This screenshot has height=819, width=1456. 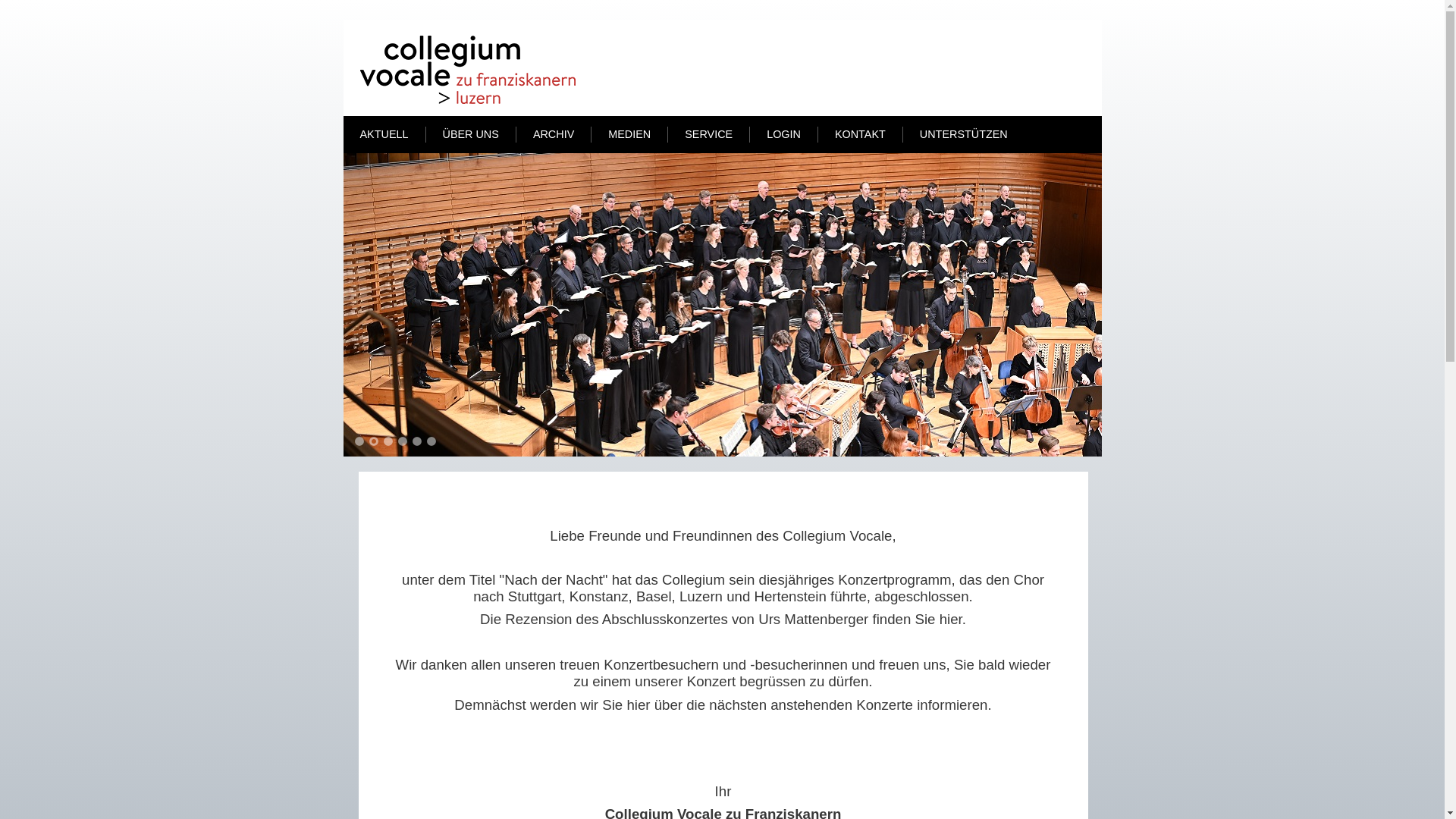 I want to click on '1', so click(x=359, y=441).